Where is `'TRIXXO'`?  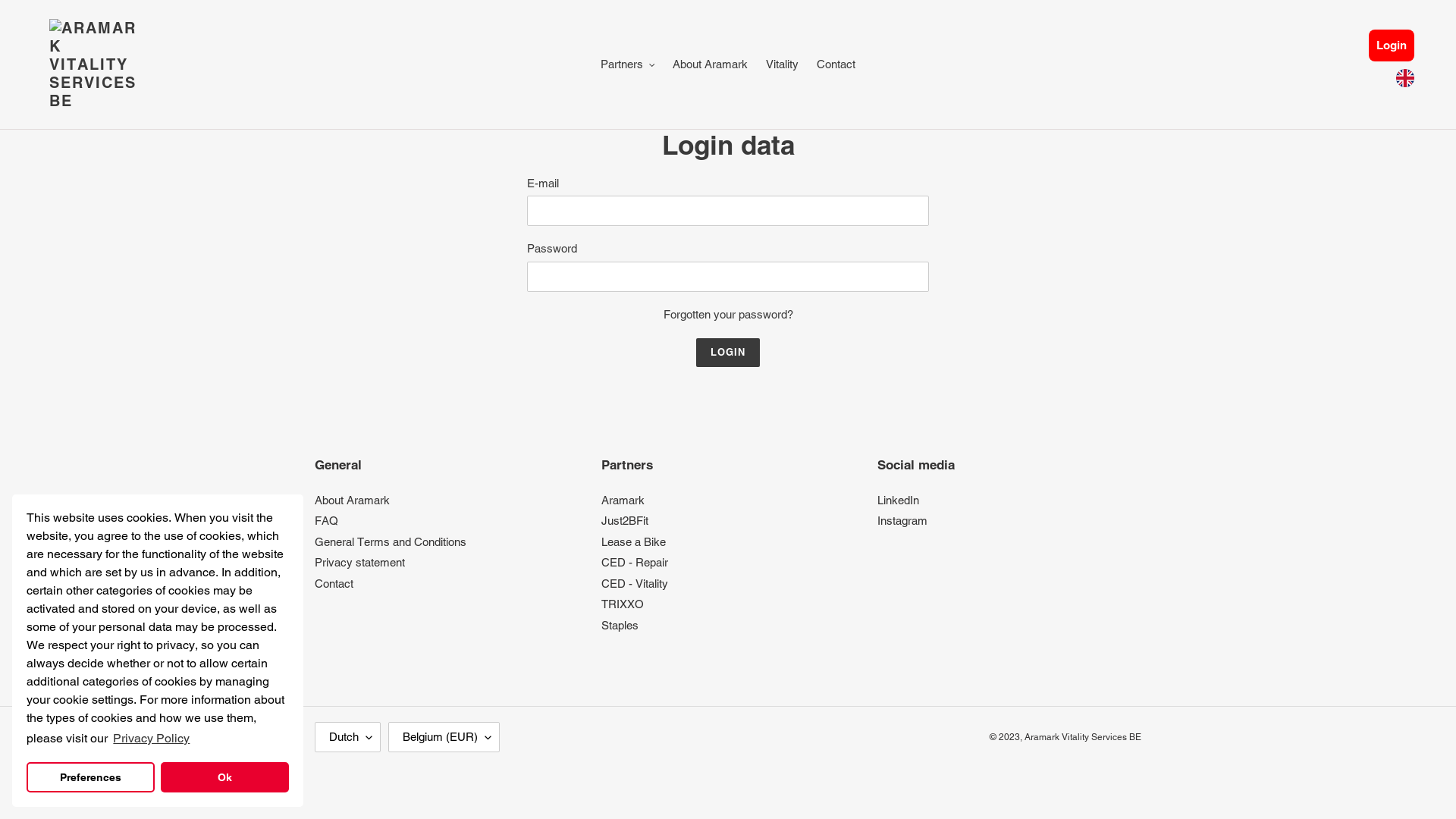
'TRIXXO' is located at coordinates (622, 603).